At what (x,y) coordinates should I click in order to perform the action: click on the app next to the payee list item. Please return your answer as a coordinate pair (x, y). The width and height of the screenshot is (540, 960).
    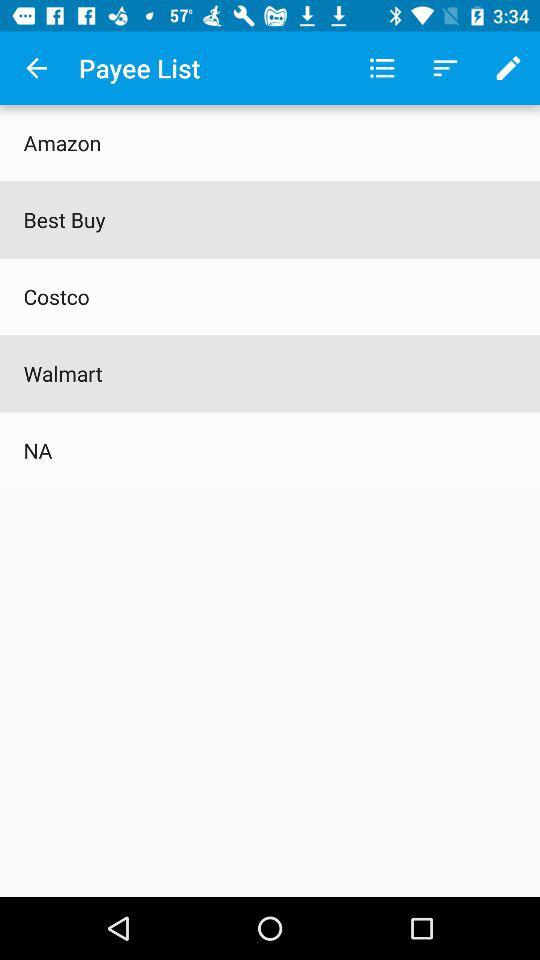
    Looking at the image, I should click on (382, 68).